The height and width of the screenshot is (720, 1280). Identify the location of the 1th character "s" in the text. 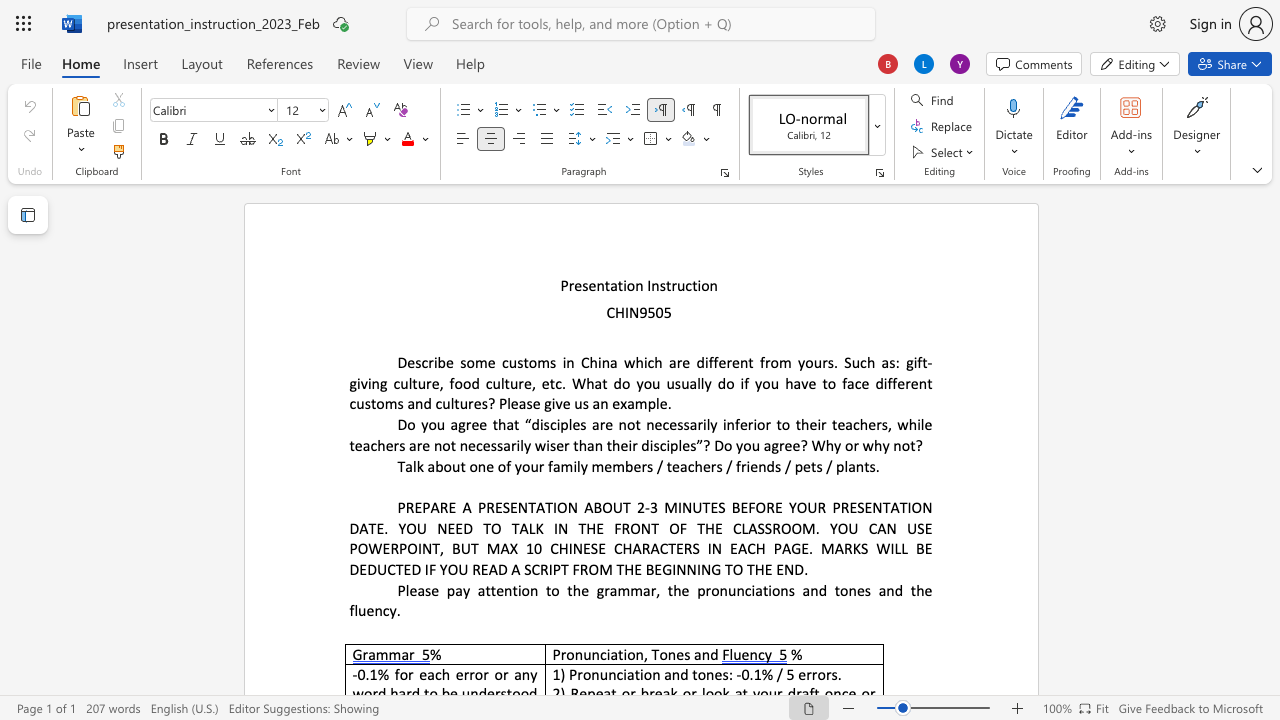
(584, 285).